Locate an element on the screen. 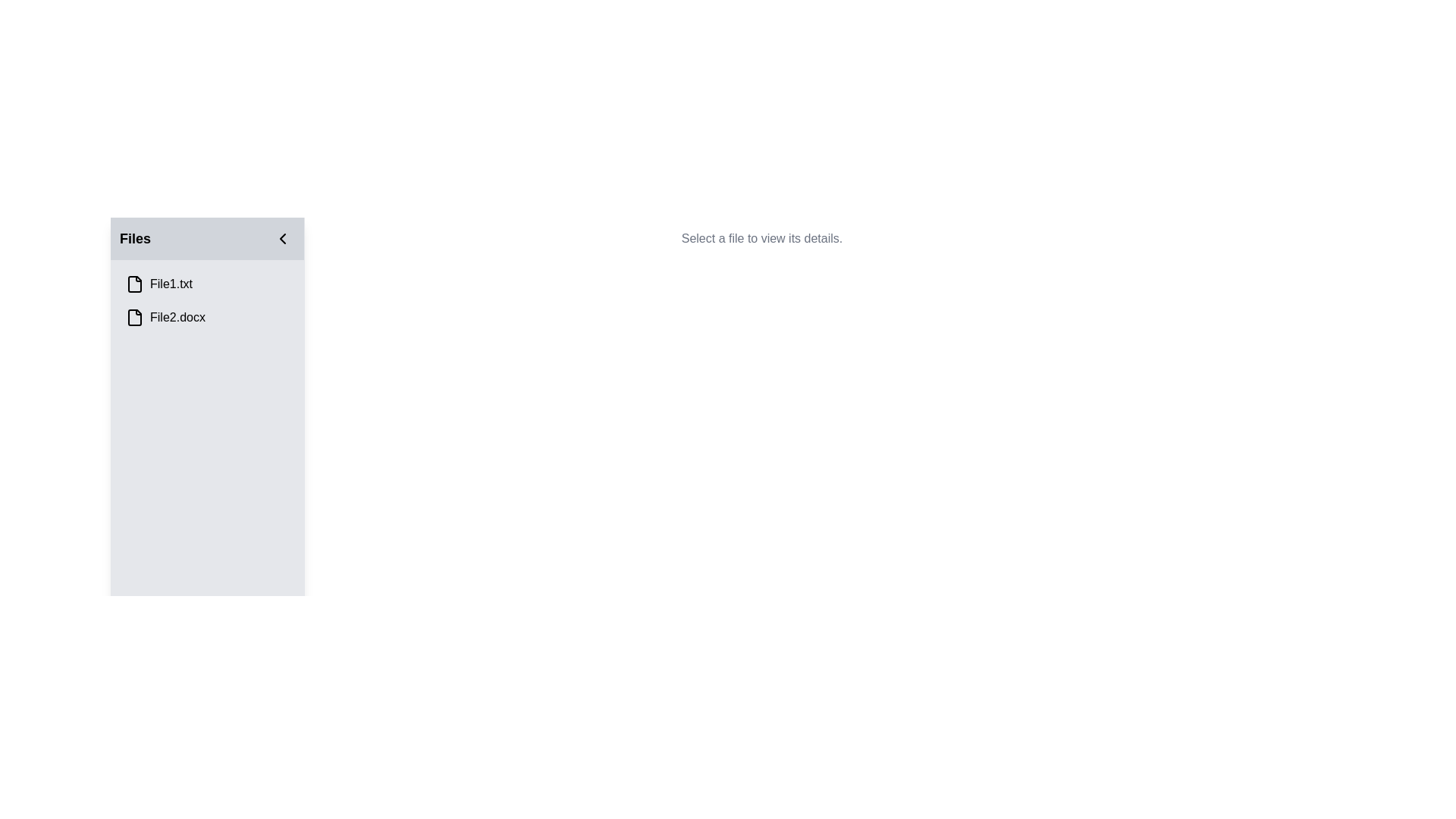  the left-facing chevron icon button with a black stroke color located on the right side of the 'Files' header bar in the sidebar is located at coordinates (283, 239).